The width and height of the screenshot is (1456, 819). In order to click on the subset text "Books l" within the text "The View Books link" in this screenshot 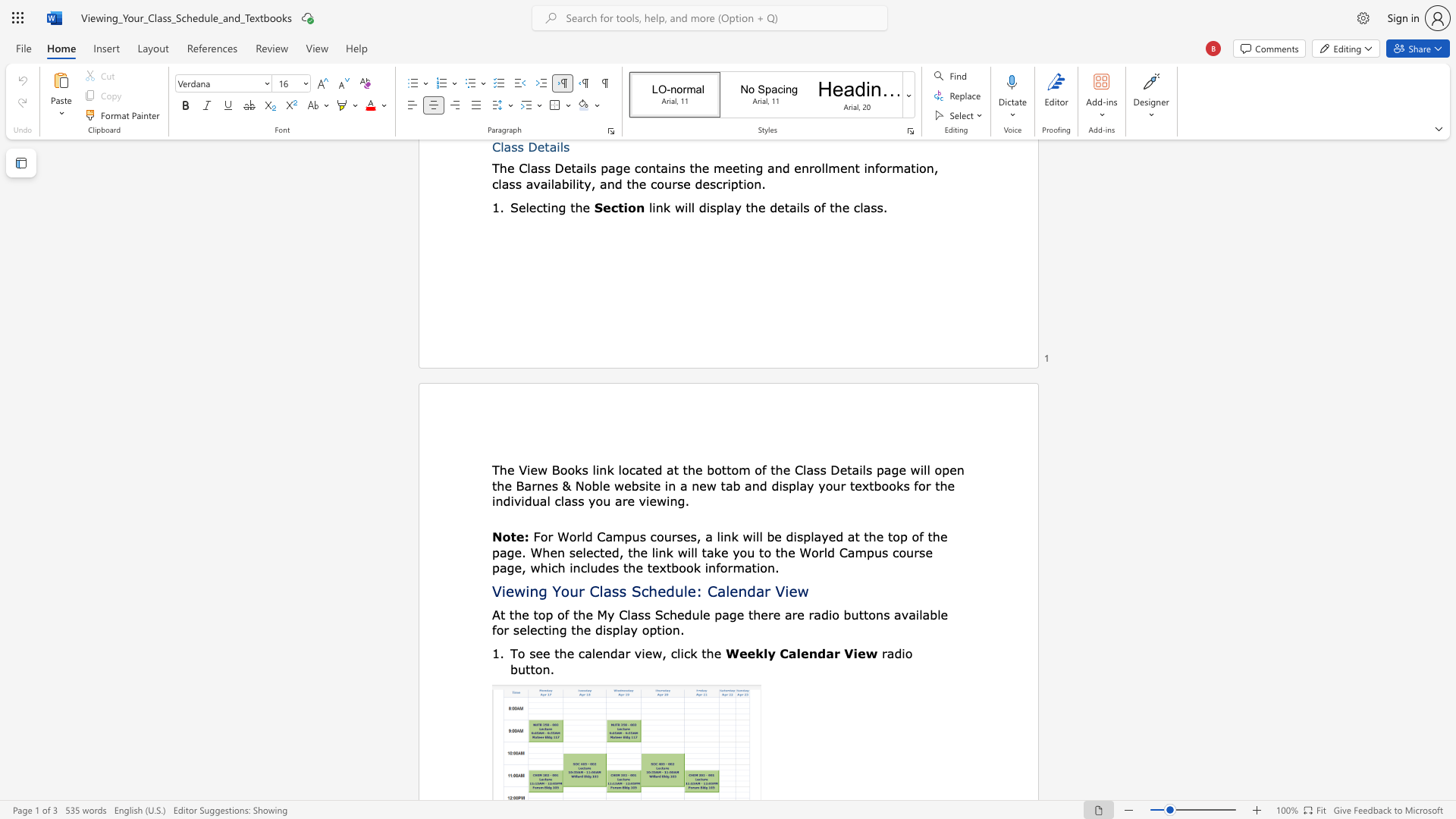, I will do `click(551, 469)`.